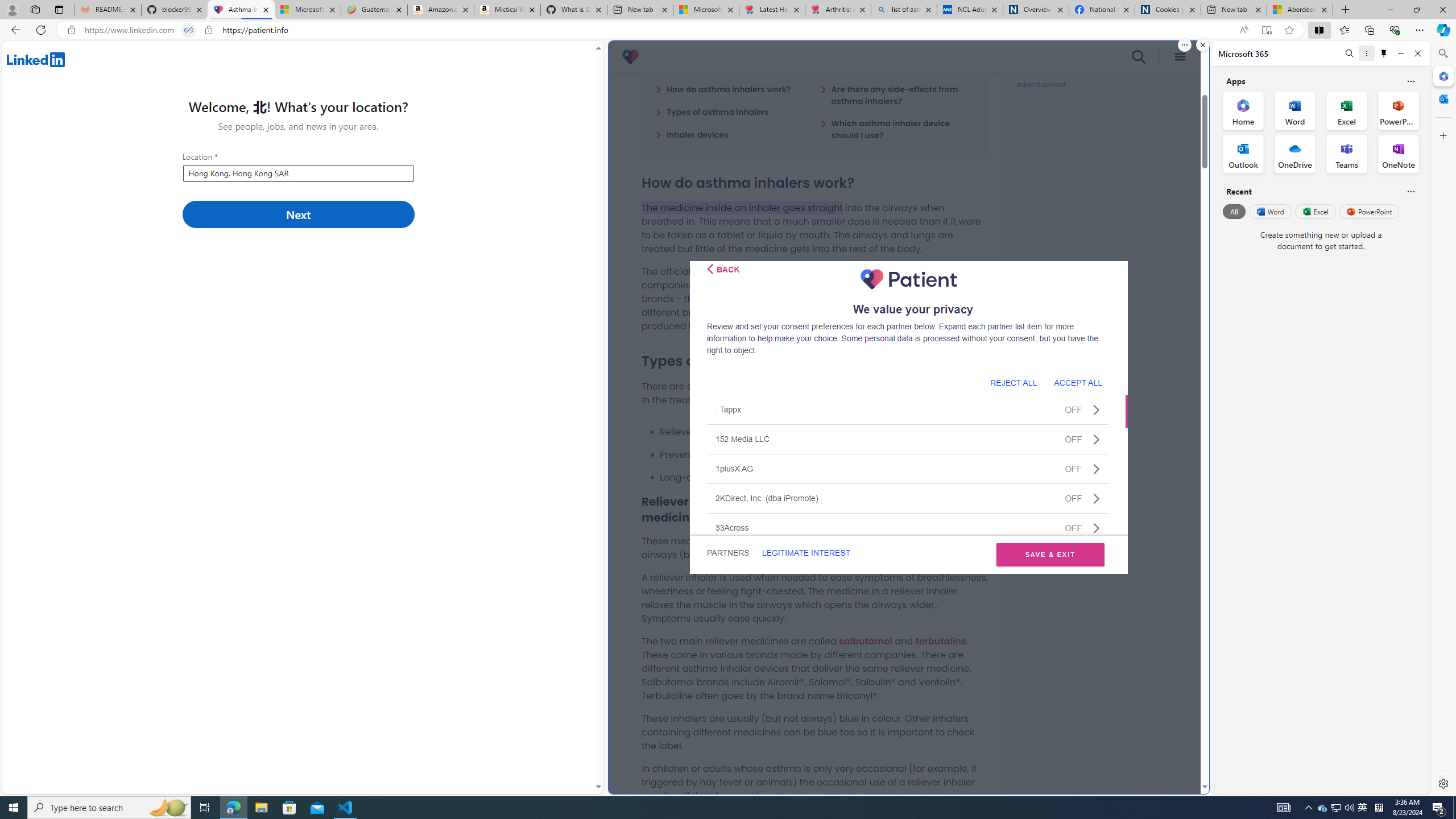  What do you see at coordinates (1096, 527) in the screenshot?
I see `'Class: css-jswnc6'` at bounding box center [1096, 527].